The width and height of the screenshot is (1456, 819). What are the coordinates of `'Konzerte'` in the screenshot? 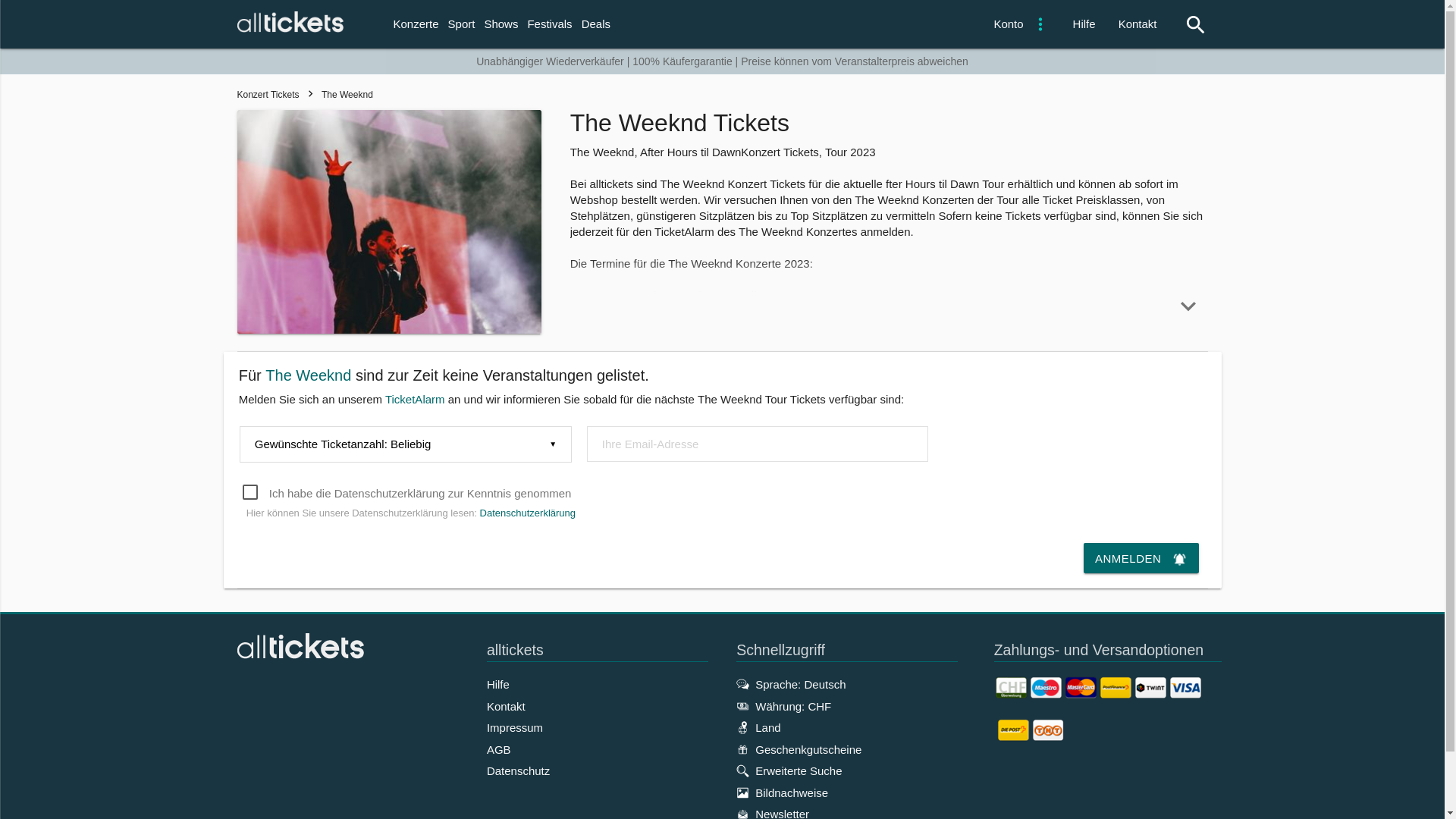 It's located at (415, 24).